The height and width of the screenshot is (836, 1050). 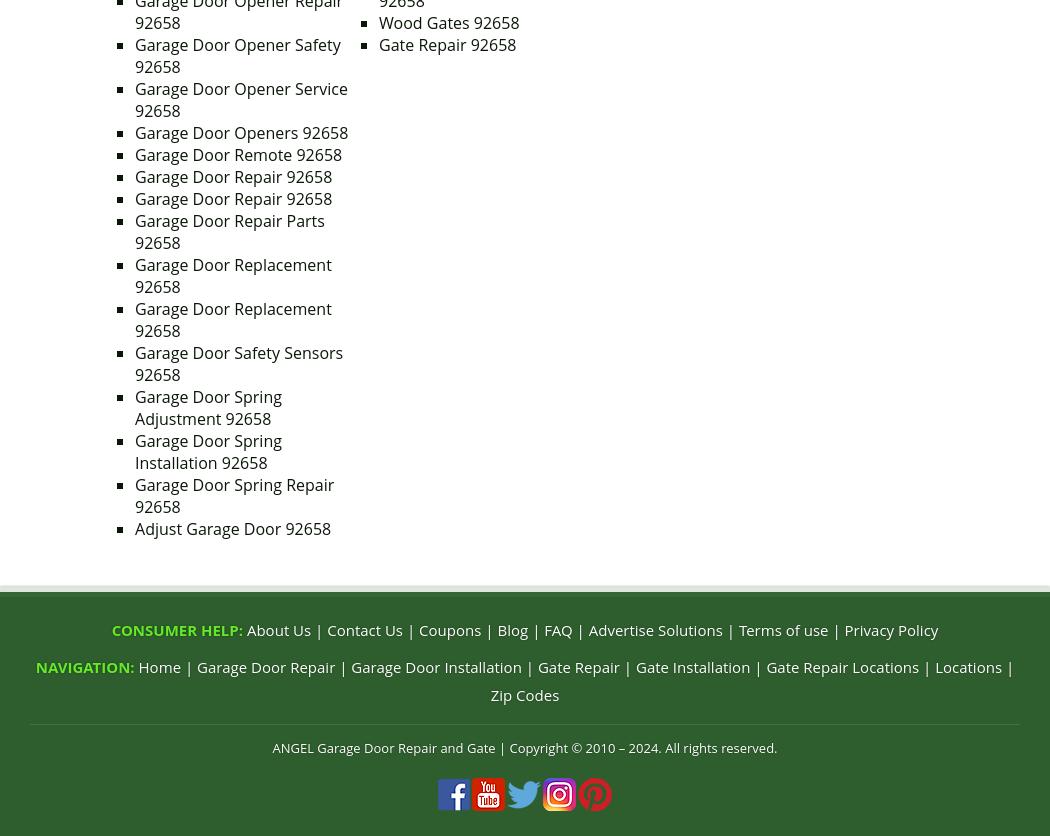 What do you see at coordinates (557, 630) in the screenshot?
I see `'FAQ'` at bounding box center [557, 630].